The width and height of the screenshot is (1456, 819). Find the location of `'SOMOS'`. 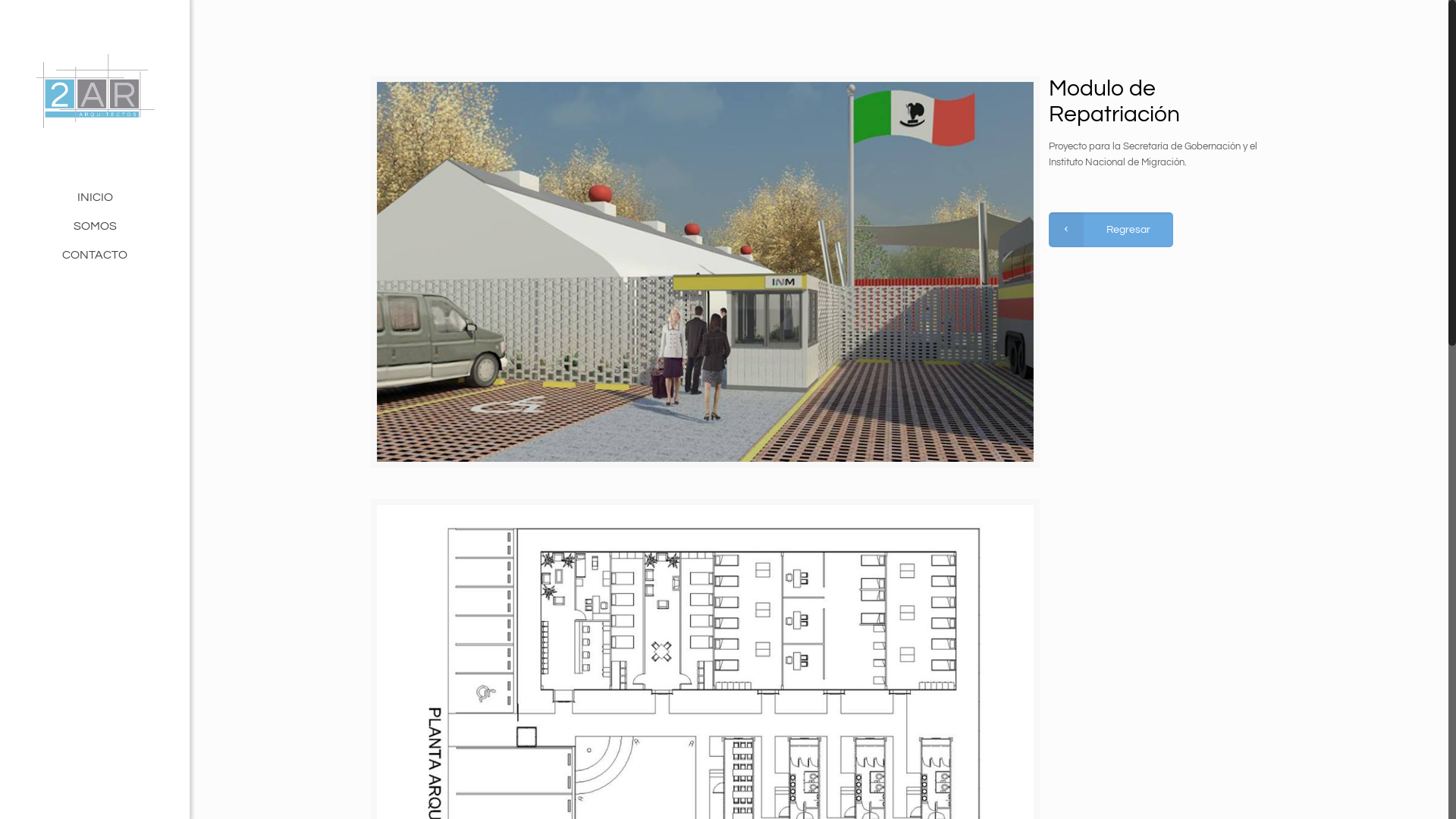

'SOMOS' is located at coordinates (93, 225).